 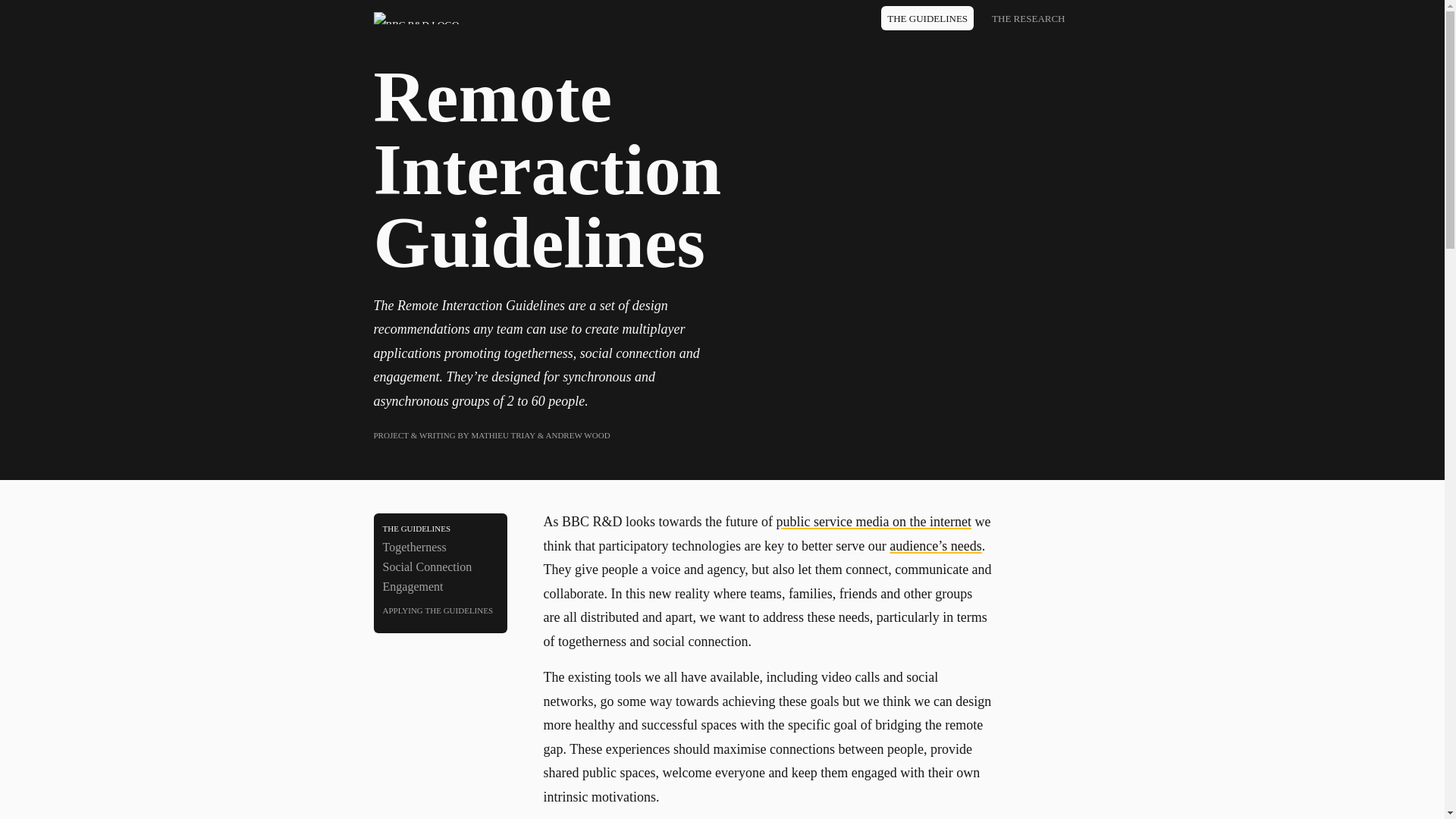 I want to click on 'The Research', so click(x=1028, y=17).